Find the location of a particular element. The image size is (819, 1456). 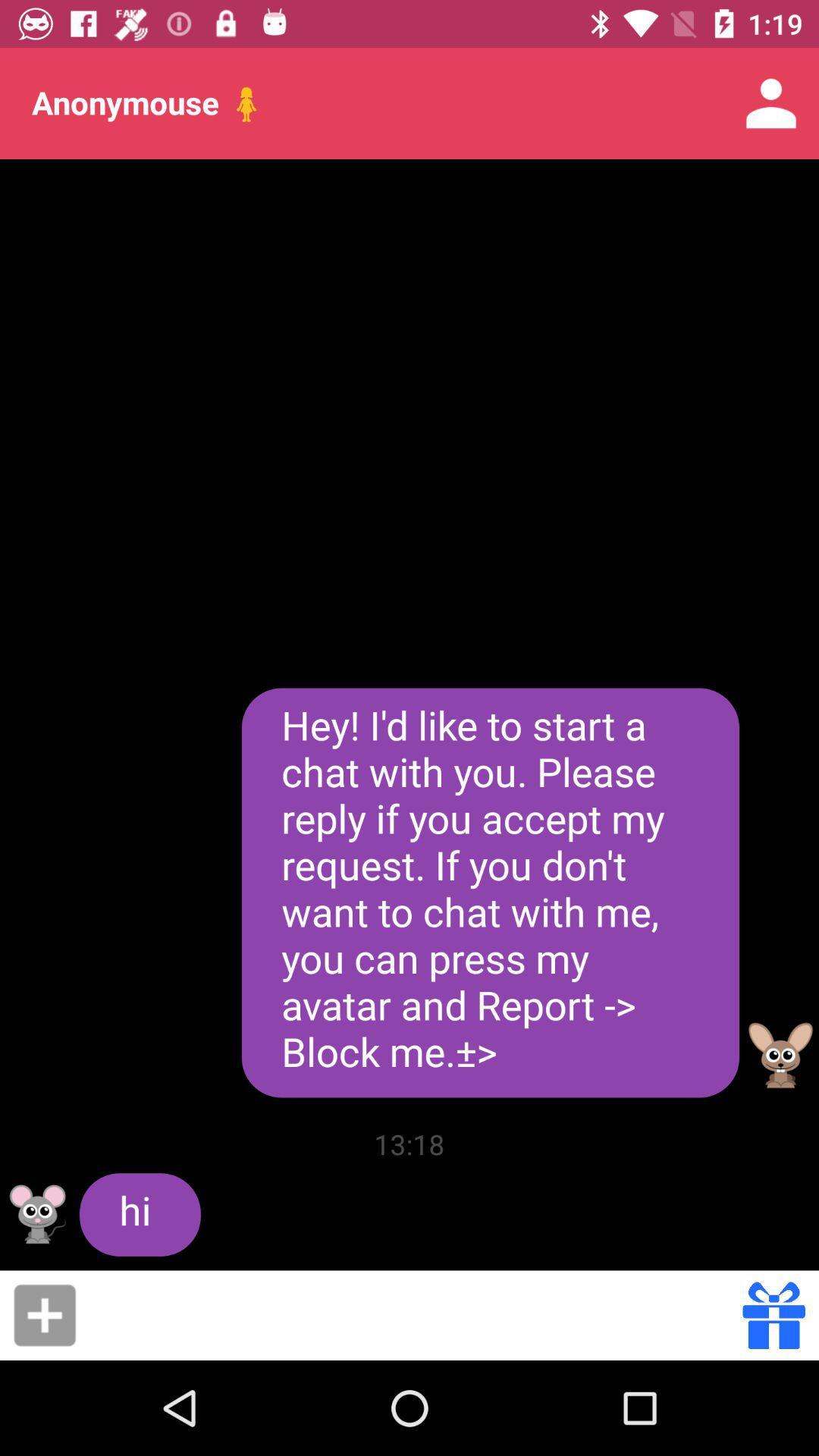

icon next to the hi  icon is located at coordinates (409, 1144).